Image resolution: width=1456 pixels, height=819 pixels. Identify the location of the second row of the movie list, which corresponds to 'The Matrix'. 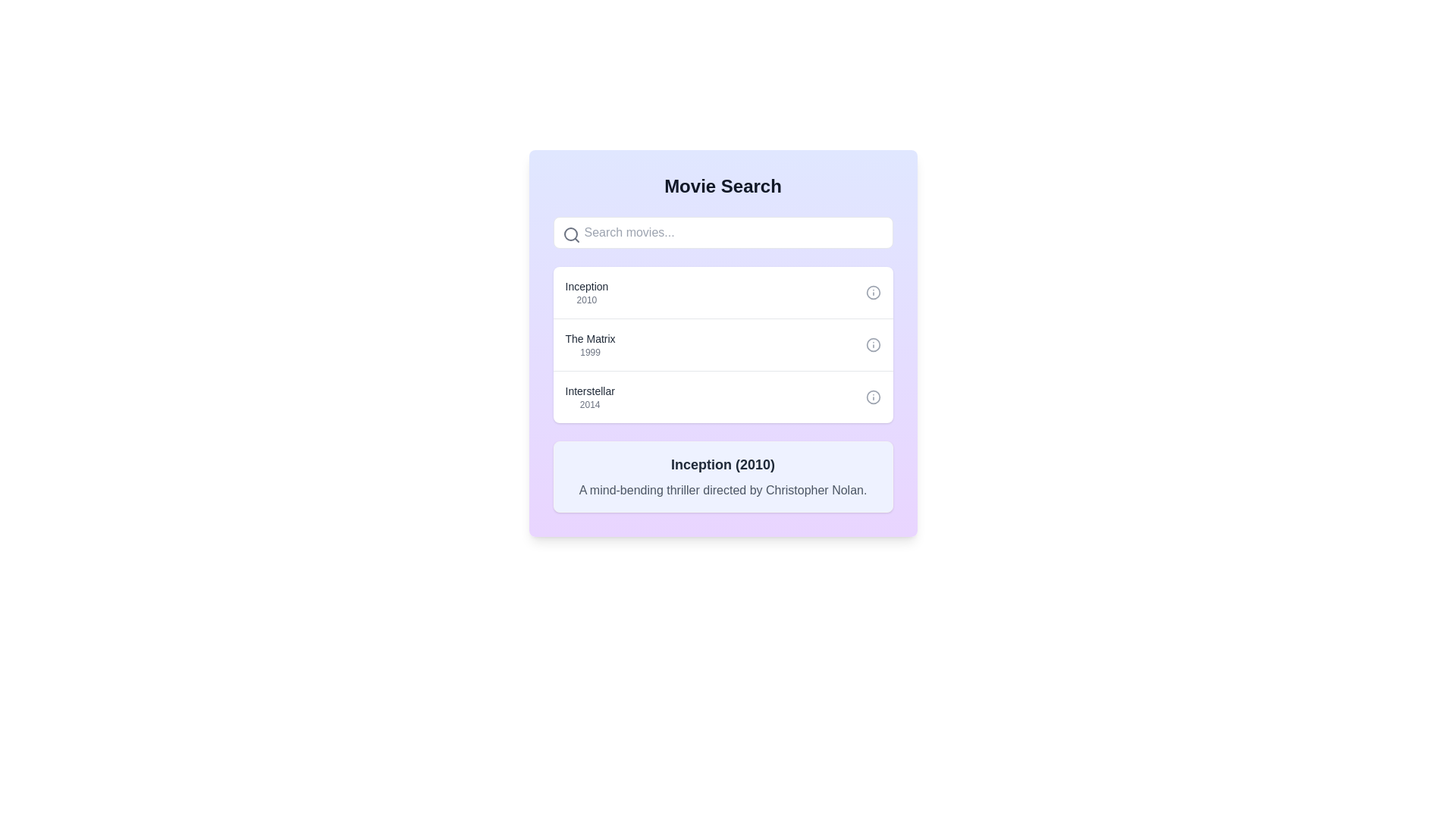
(722, 345).